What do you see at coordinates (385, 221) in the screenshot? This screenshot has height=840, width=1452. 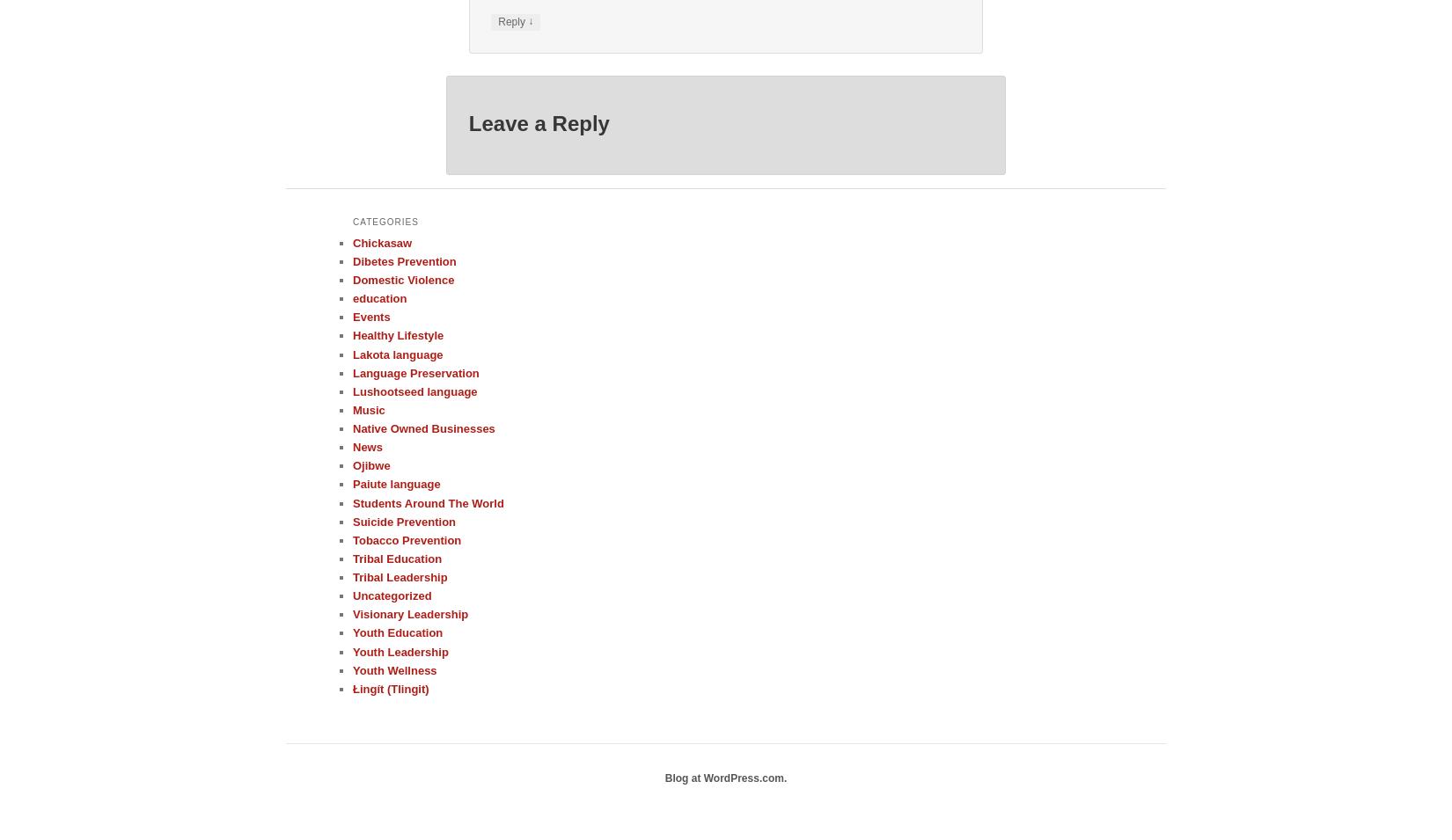 I see `'Categories'` at bounding box center [385, 221].